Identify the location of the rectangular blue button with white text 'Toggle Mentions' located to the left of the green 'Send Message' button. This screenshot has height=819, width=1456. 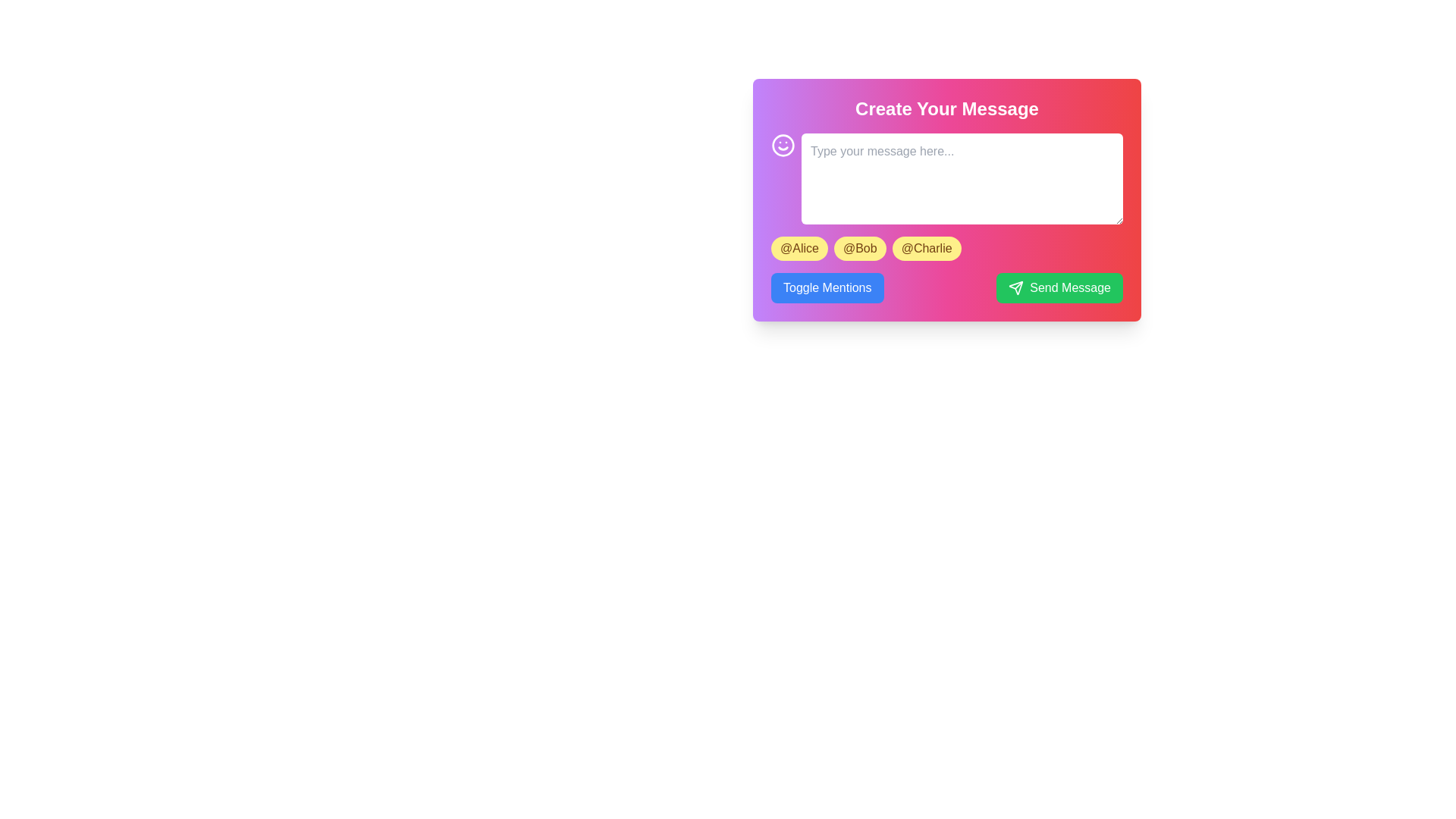
(827, 288).